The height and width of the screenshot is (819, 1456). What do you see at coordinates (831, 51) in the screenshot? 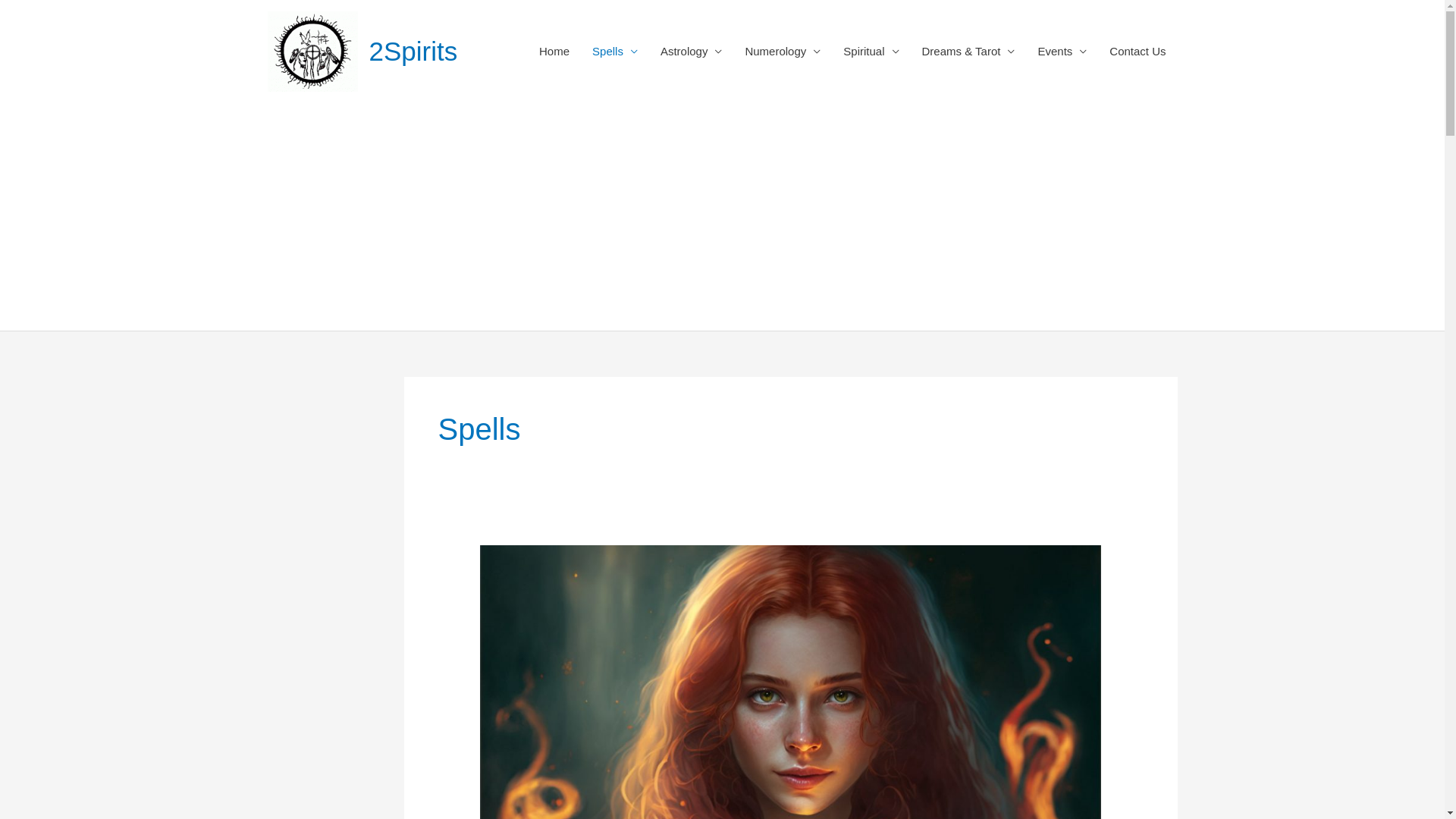
I see `'Spiritual'` at bounding box center [831, 51].